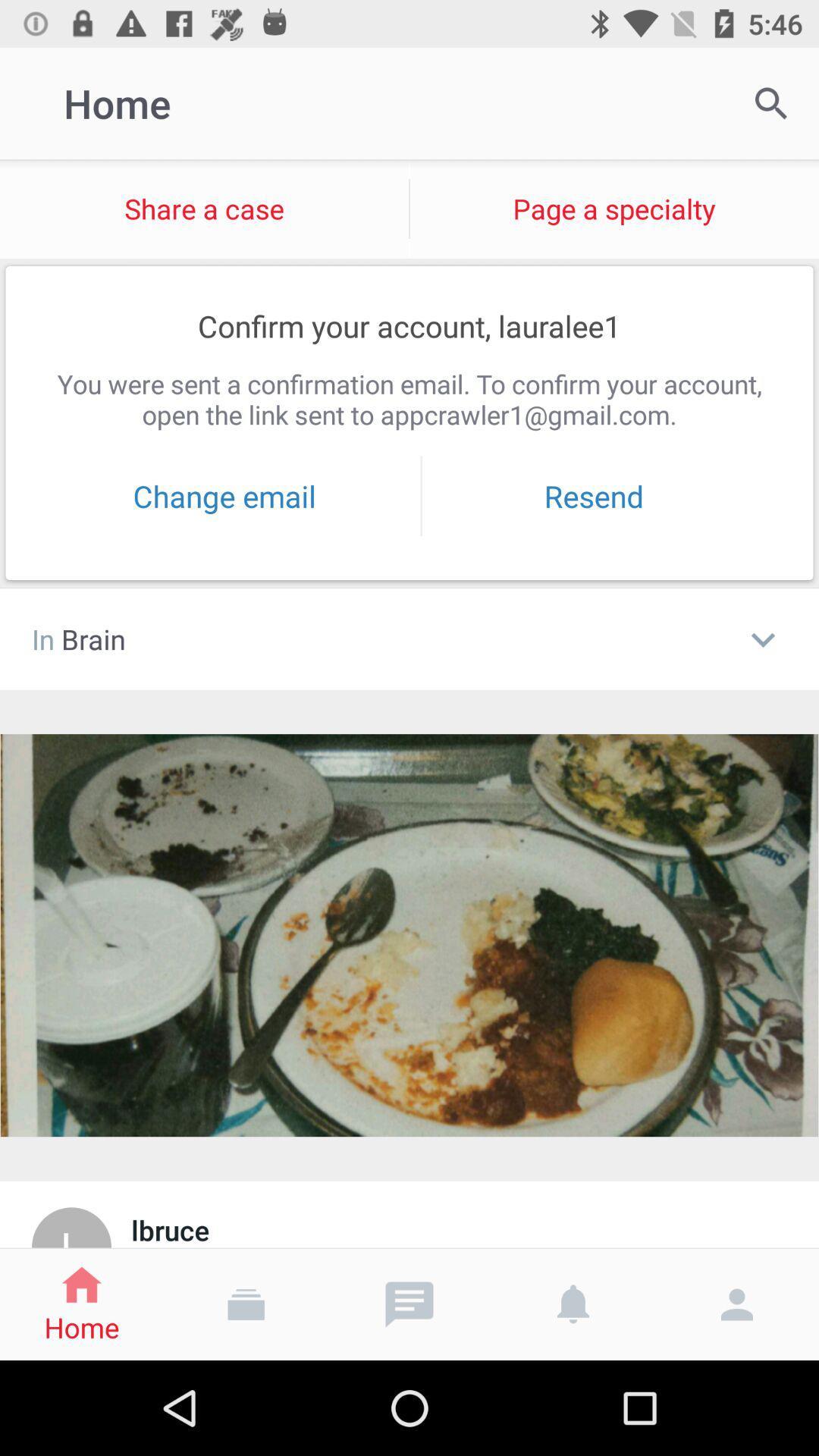 The height and width of the screenshot is (1456, 819). What do you see at coordinates (203, 208) in the screenshot?
I see `the share a case icon` at bounding box center [203, 208].